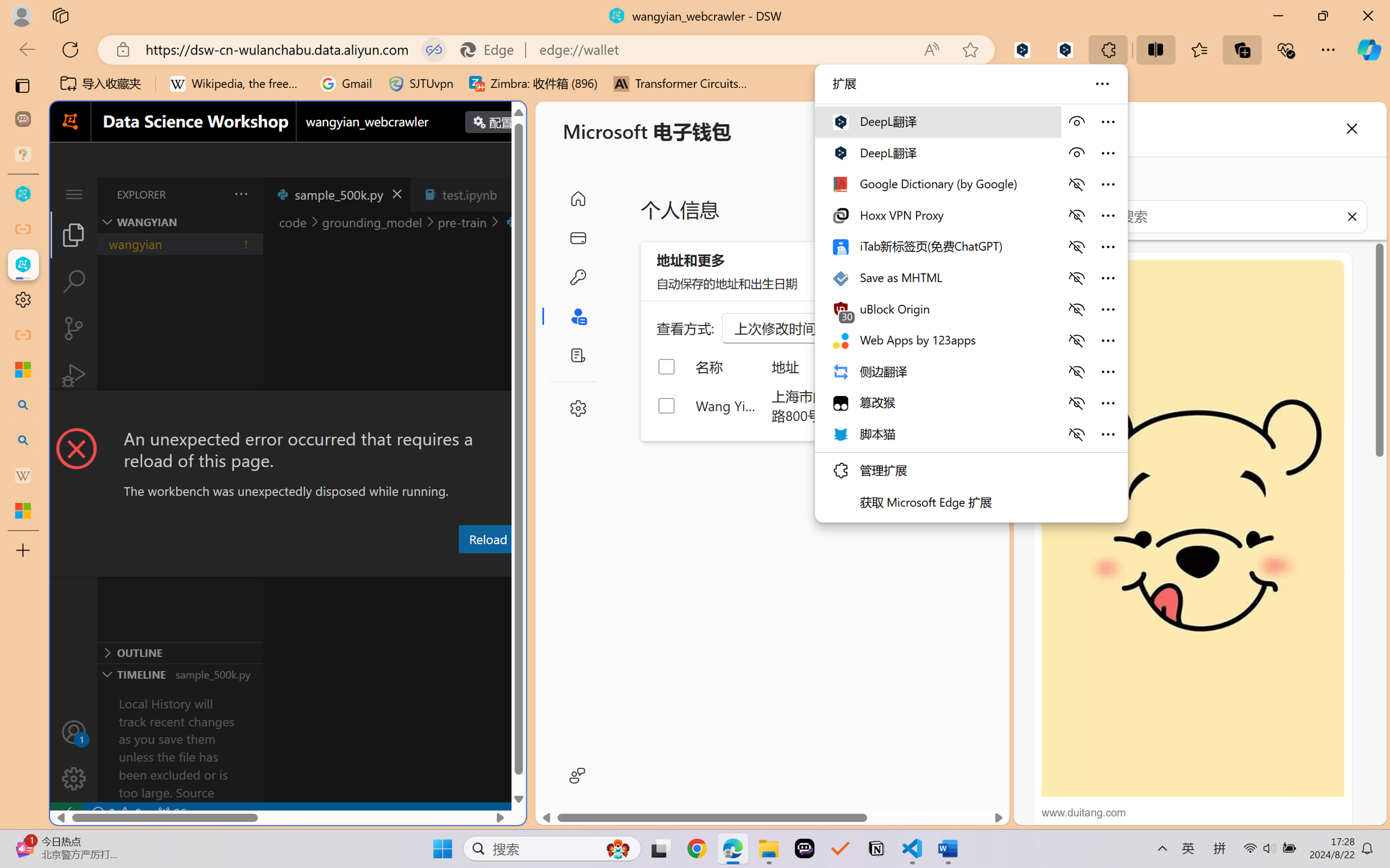 This screenshot has width=1390, height=868. Describe the element at coordinates (73, 234) in the screenshot. I see `'Explorer (Ctrl+Shift+E)'` at that location.